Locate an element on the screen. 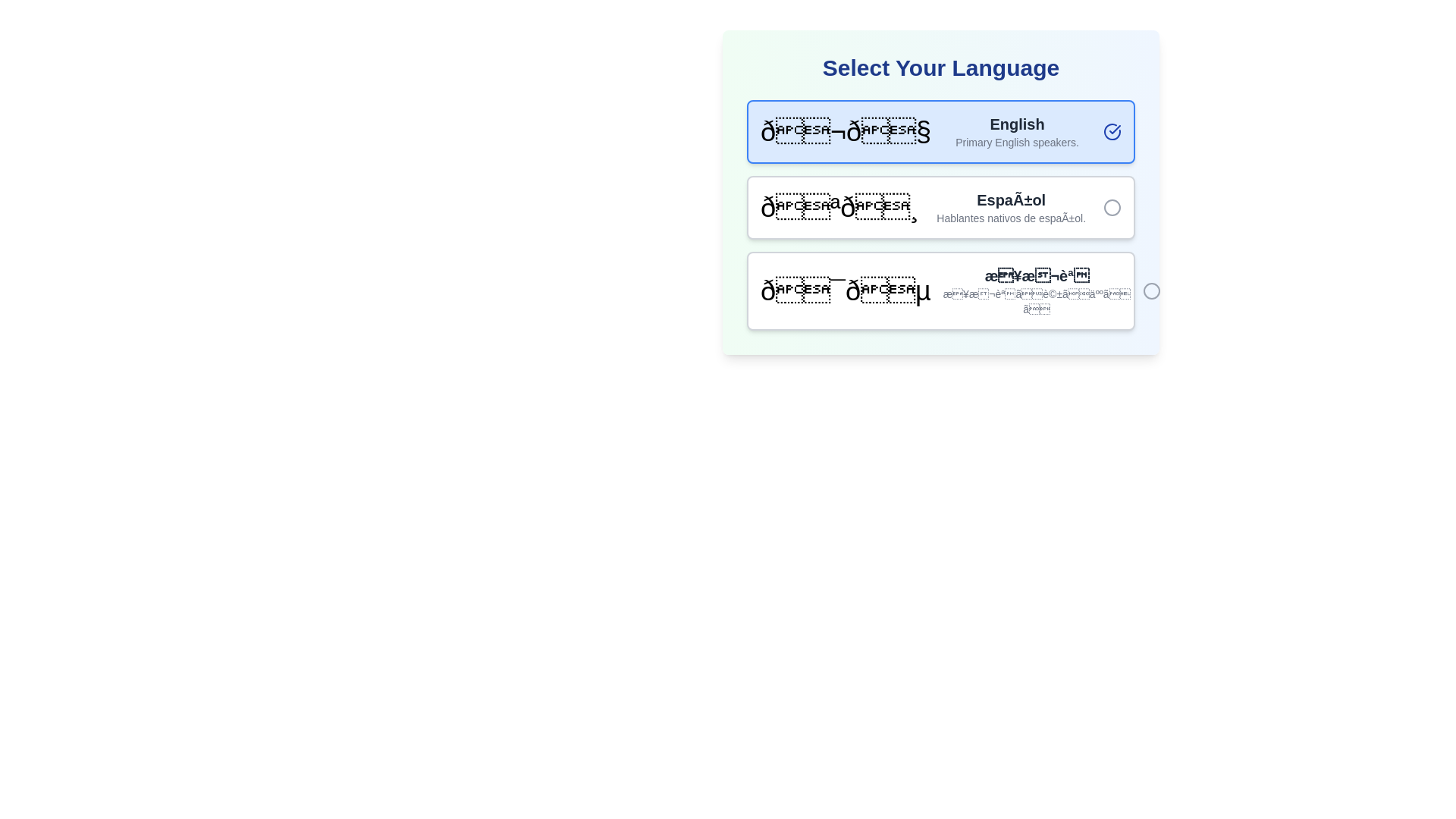 The image size is (1456, 819). the unselected Circular SVG icon representing the 'Español' language option in the language selection menu is located at coordinates (1112, 207).